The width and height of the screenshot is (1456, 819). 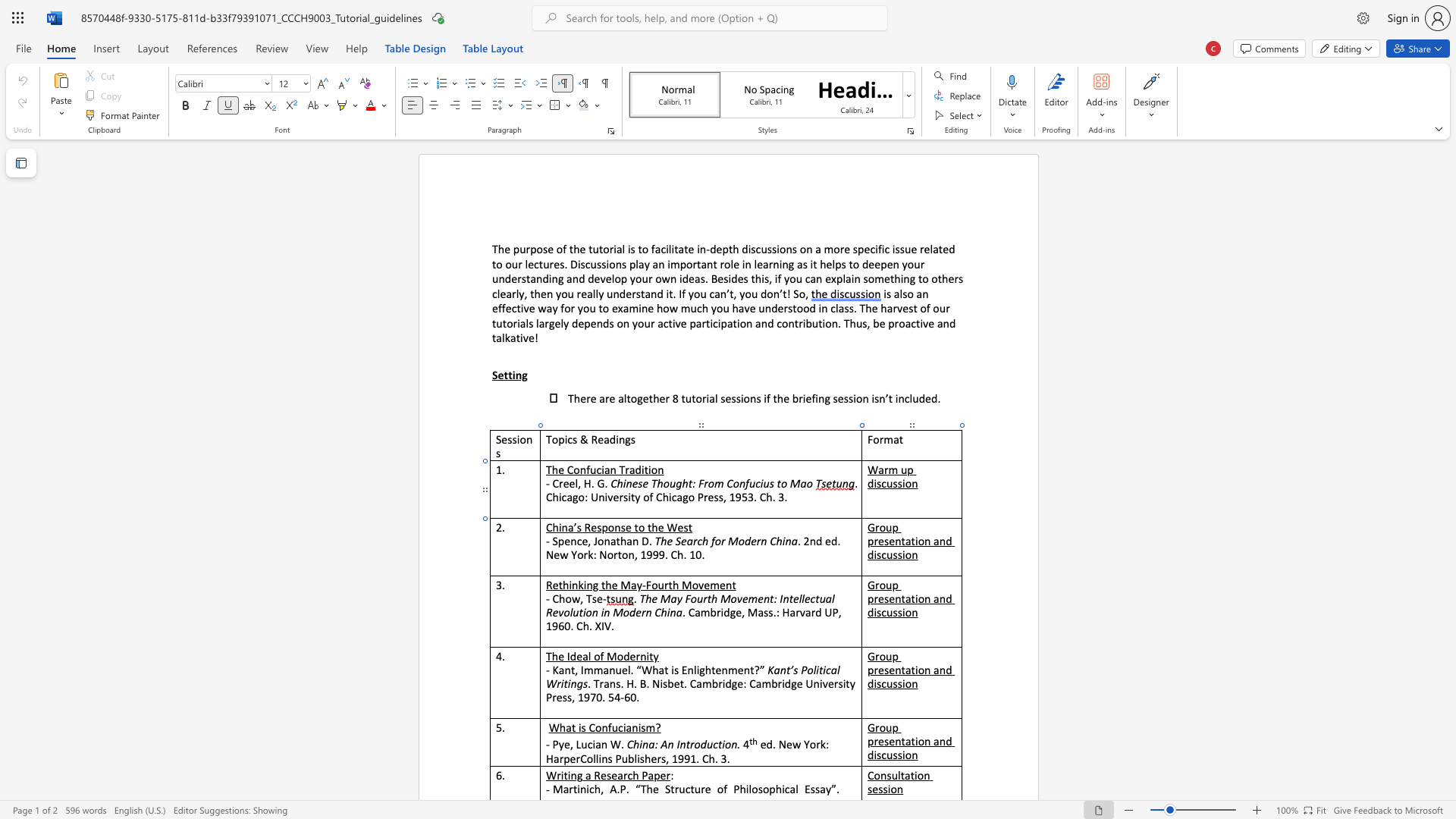 What do you see at coordinates (607, 540) in the screenshot?
I see `the 2th character "n" in the text` at bounding box center [607, 540].